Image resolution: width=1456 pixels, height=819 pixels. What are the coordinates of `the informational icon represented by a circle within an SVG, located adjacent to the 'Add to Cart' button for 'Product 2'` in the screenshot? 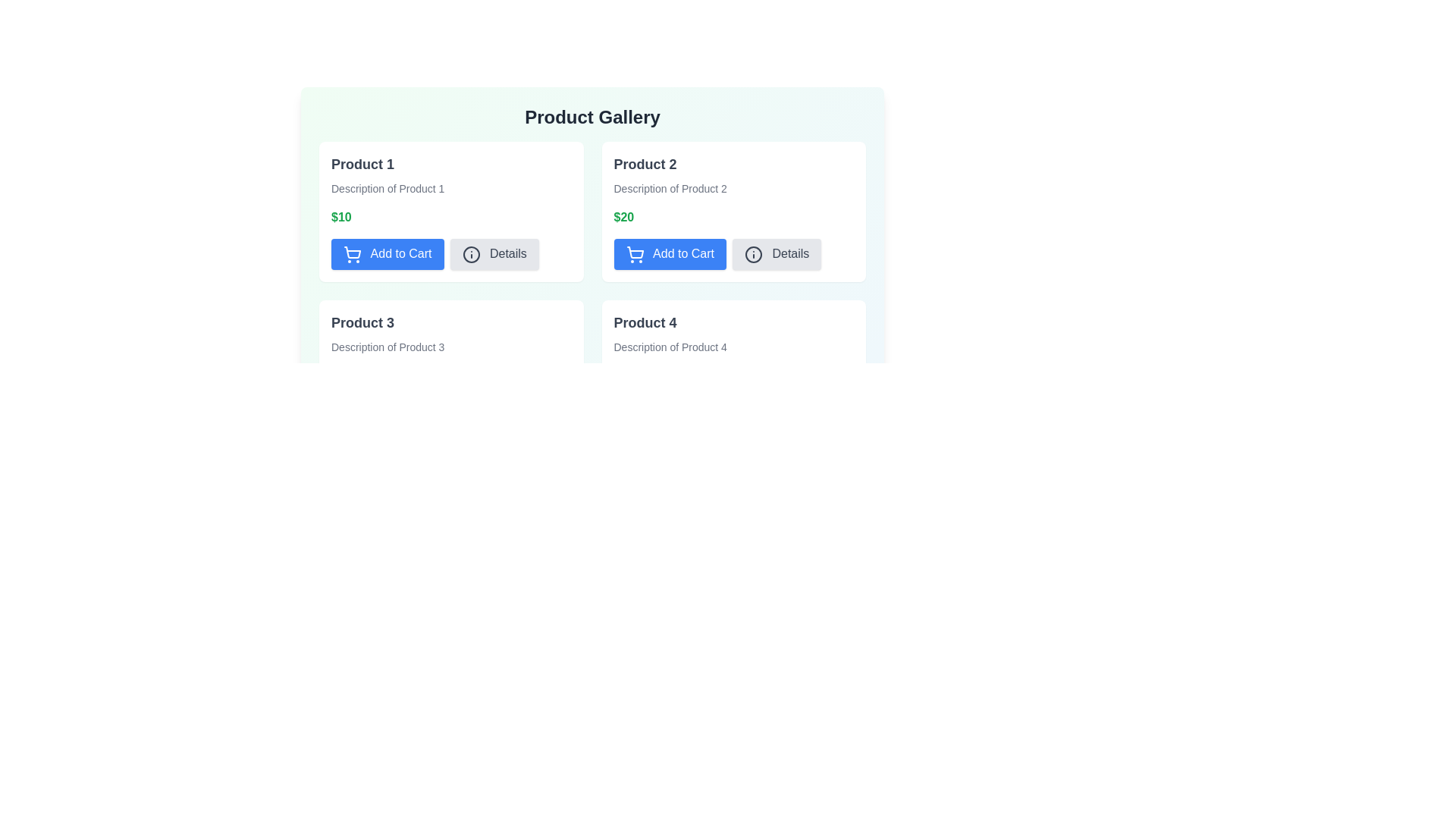 It's located at (753, 253).